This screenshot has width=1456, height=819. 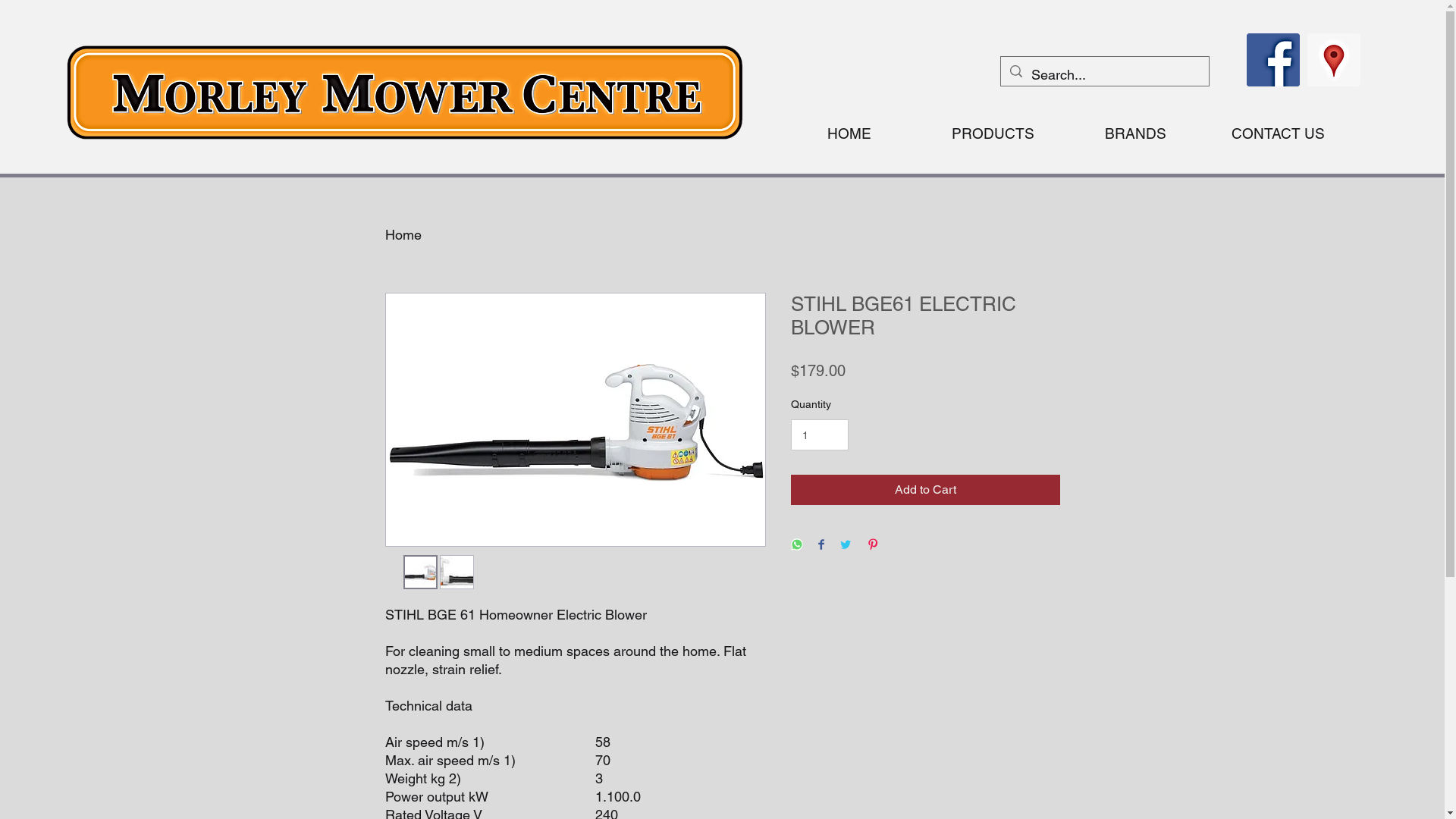 I want to click on 'CONTACT US', so click(x=1207, y=133).